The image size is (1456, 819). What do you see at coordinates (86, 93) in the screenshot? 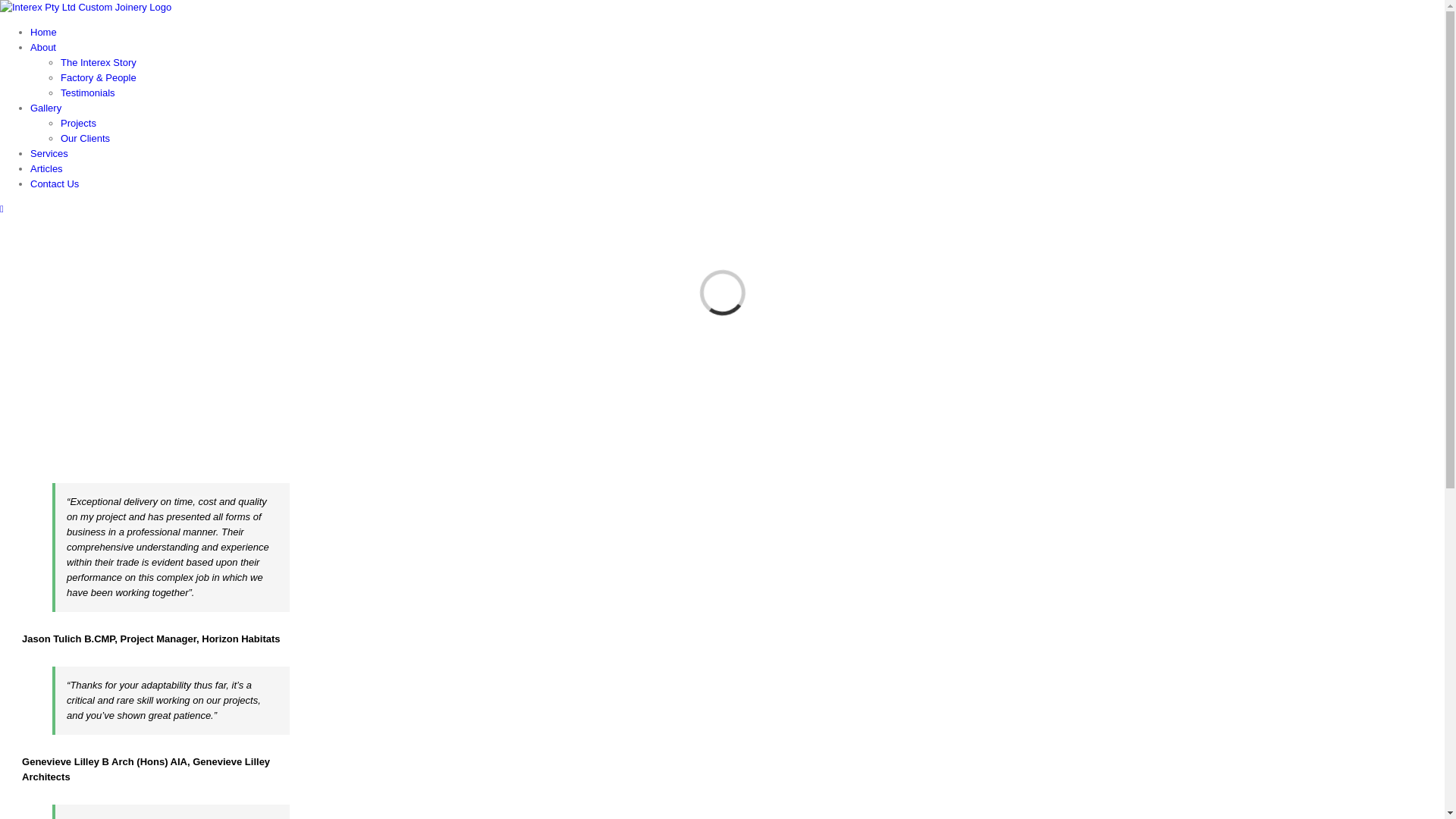
I see `'Testimonials'` at bounding box center [86, 93].